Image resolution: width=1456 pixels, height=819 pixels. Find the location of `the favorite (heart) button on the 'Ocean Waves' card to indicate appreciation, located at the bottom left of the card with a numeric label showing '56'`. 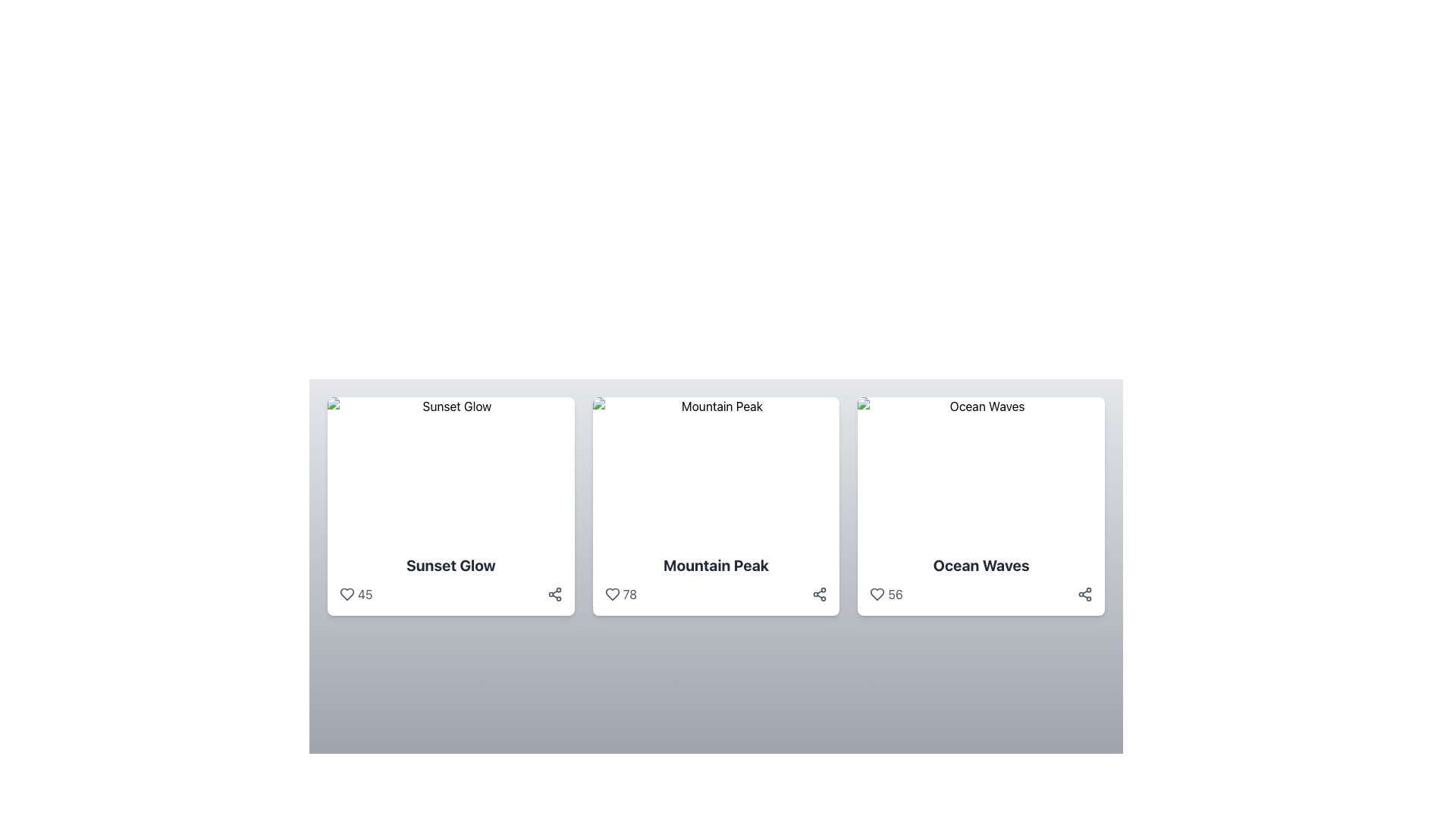

the favorite (heart) button on the 'Ocean Waves' card to indicate appreciation, located at the bottom left of the card with a numeric label showing '56' is located at coordinates (877, 593).